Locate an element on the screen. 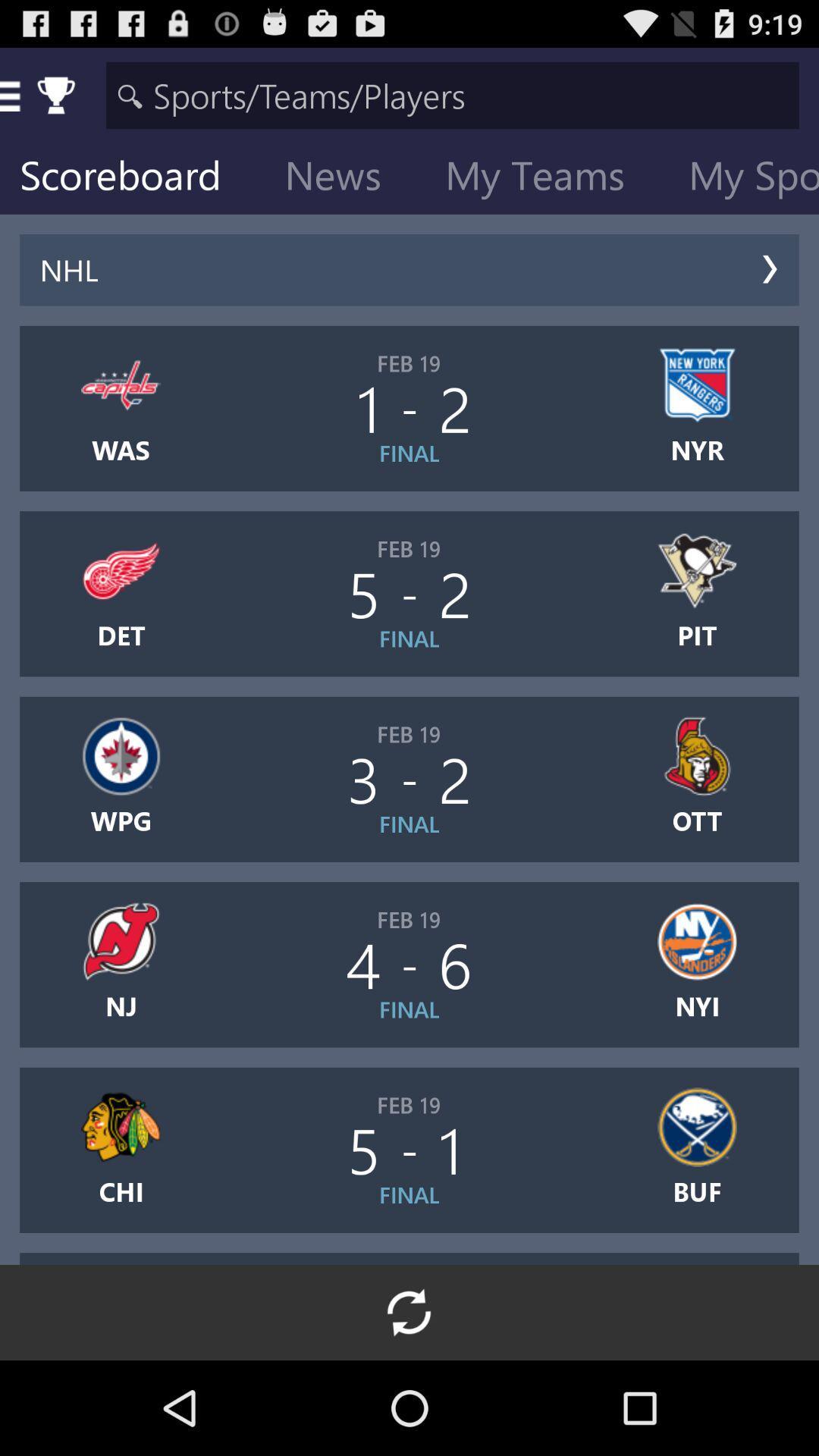 This screenshot has height=1456, width=819. the icon to the left of the my teams item is located at coordinates (345, 178).